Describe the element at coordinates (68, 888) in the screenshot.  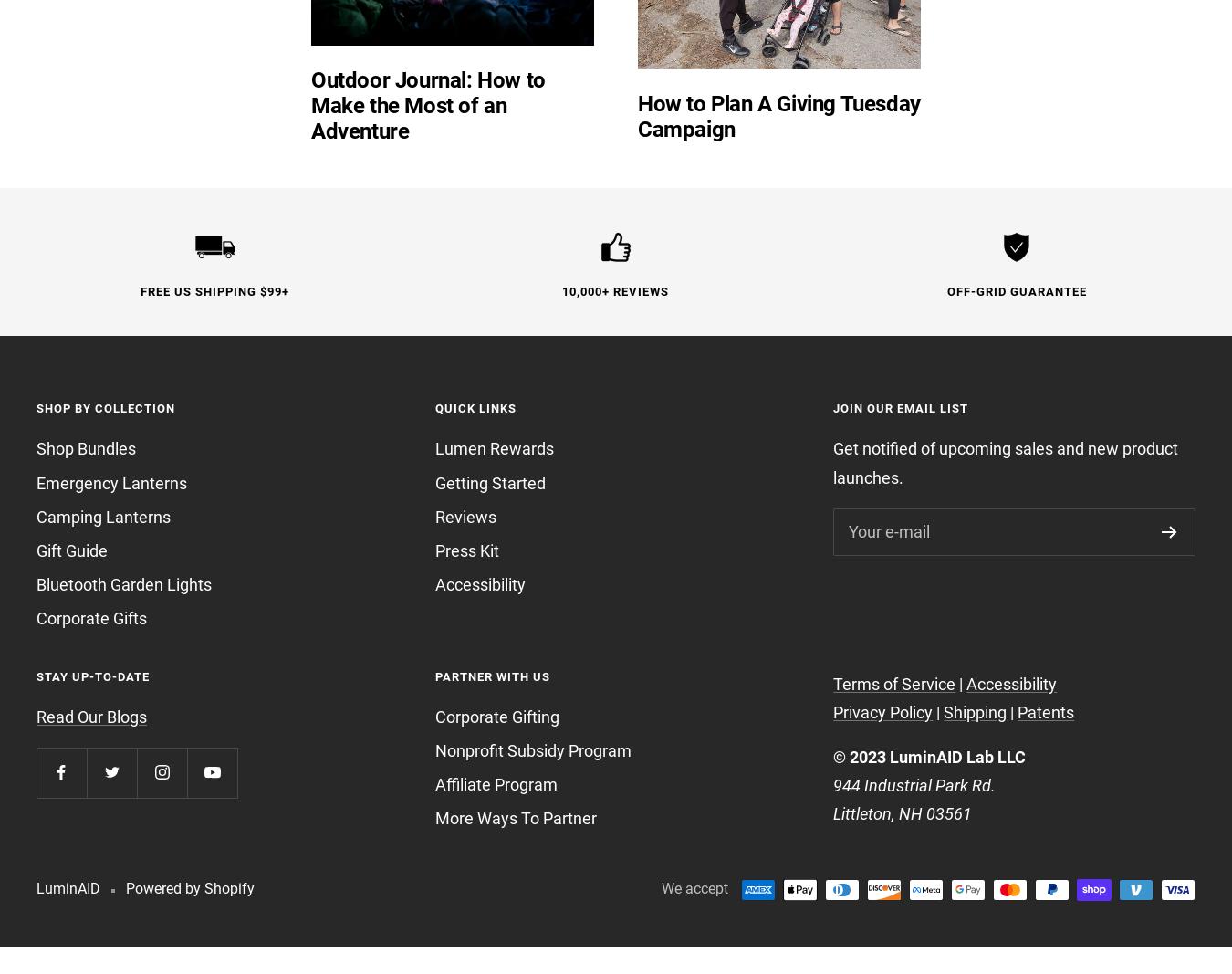
I see `'LuminAID'` at that location.